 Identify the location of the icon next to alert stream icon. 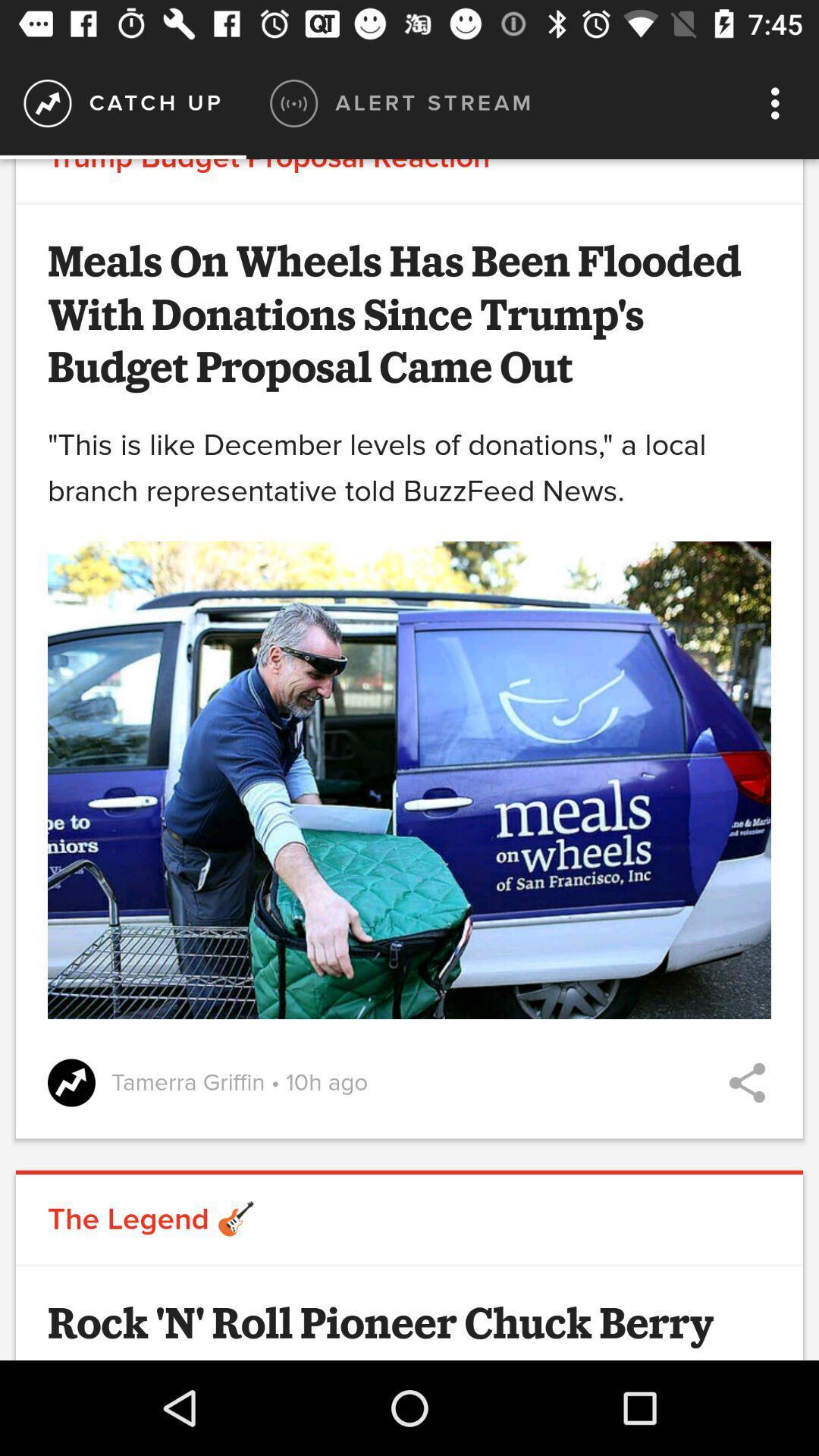
(779, 102).